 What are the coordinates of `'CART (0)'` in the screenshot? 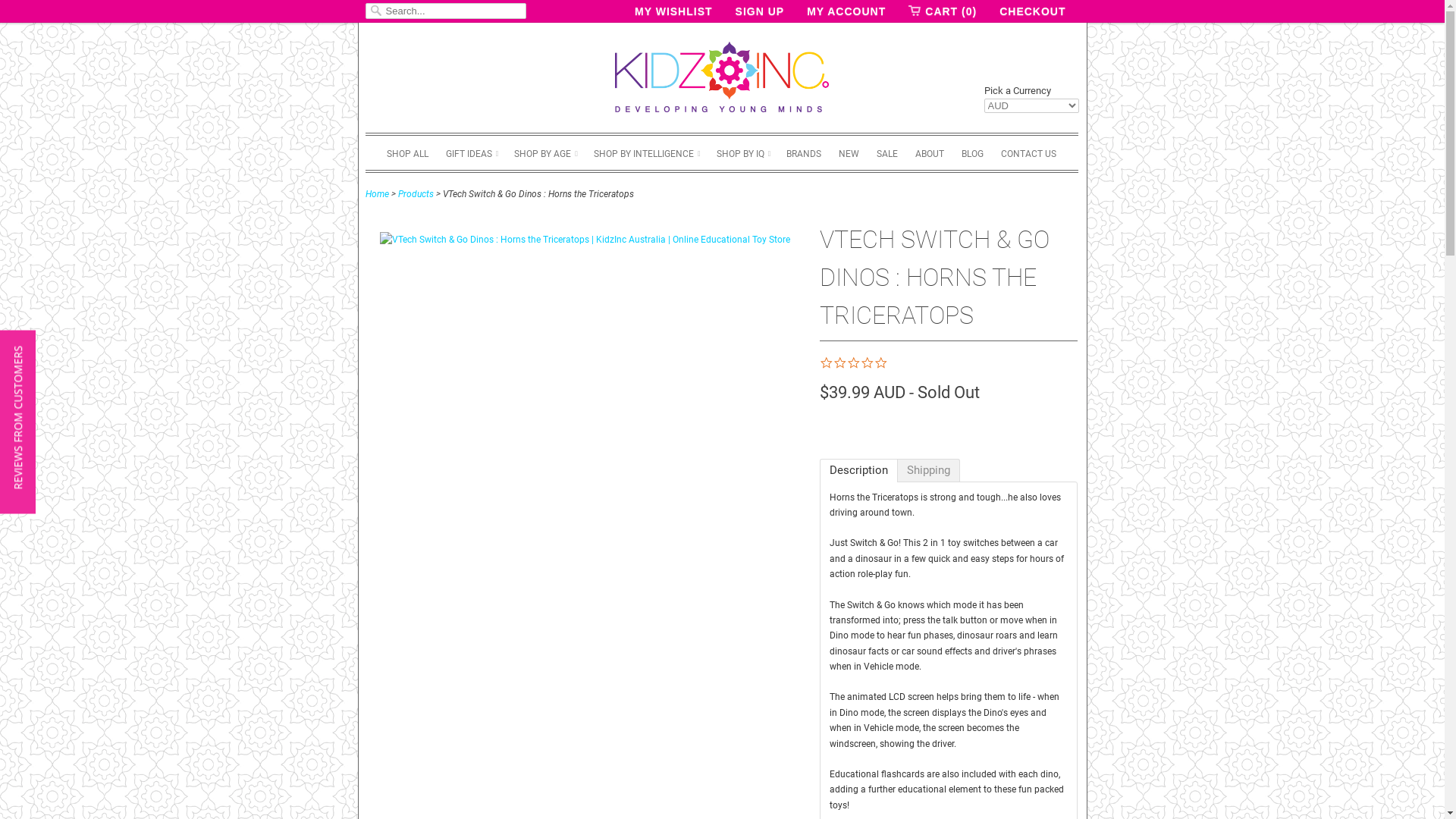 It's located at (908, 11).